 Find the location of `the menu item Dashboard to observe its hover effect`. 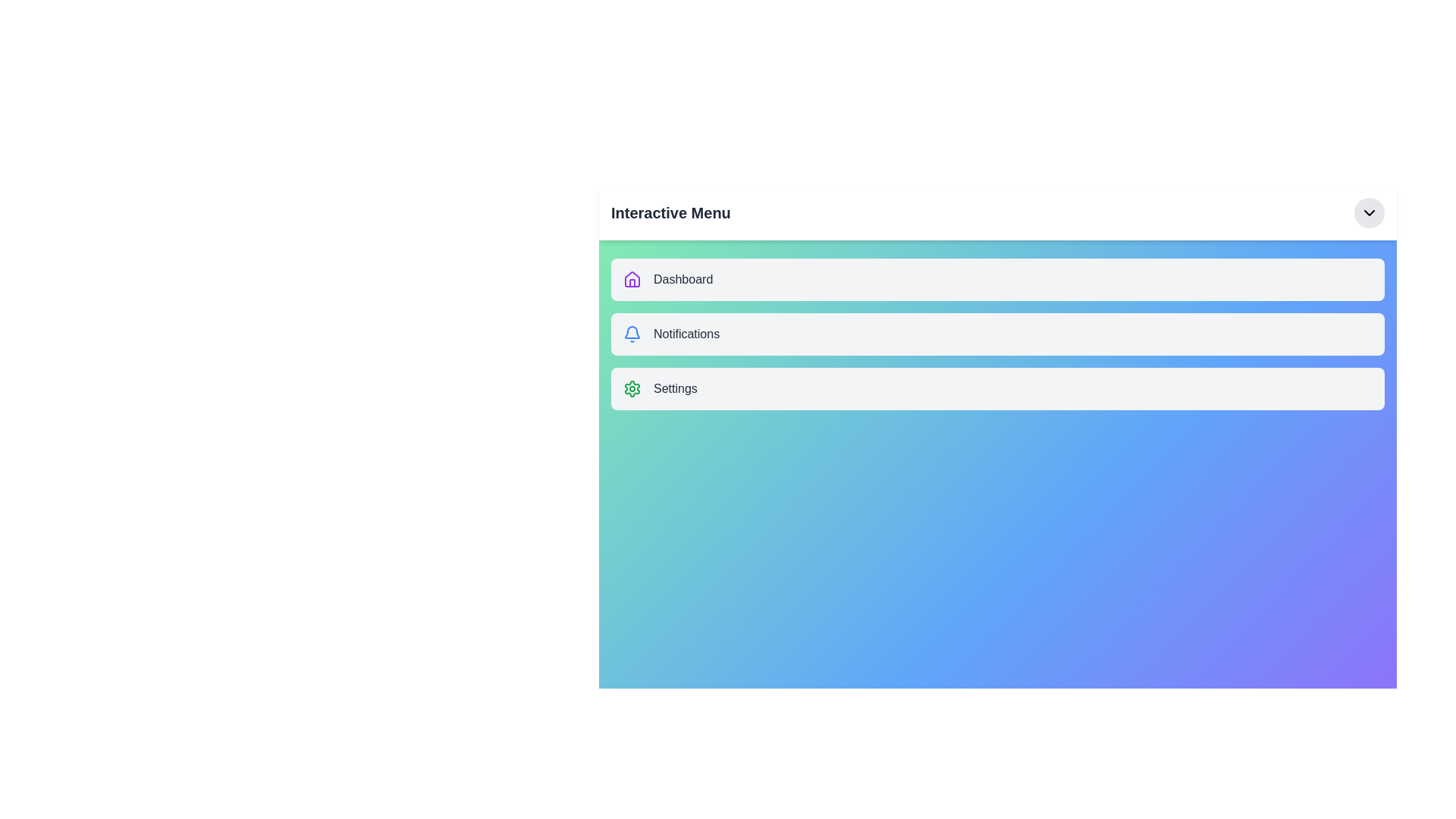

the menu item Dashboard to observe its hover effect is located at coordinates (997, 280).